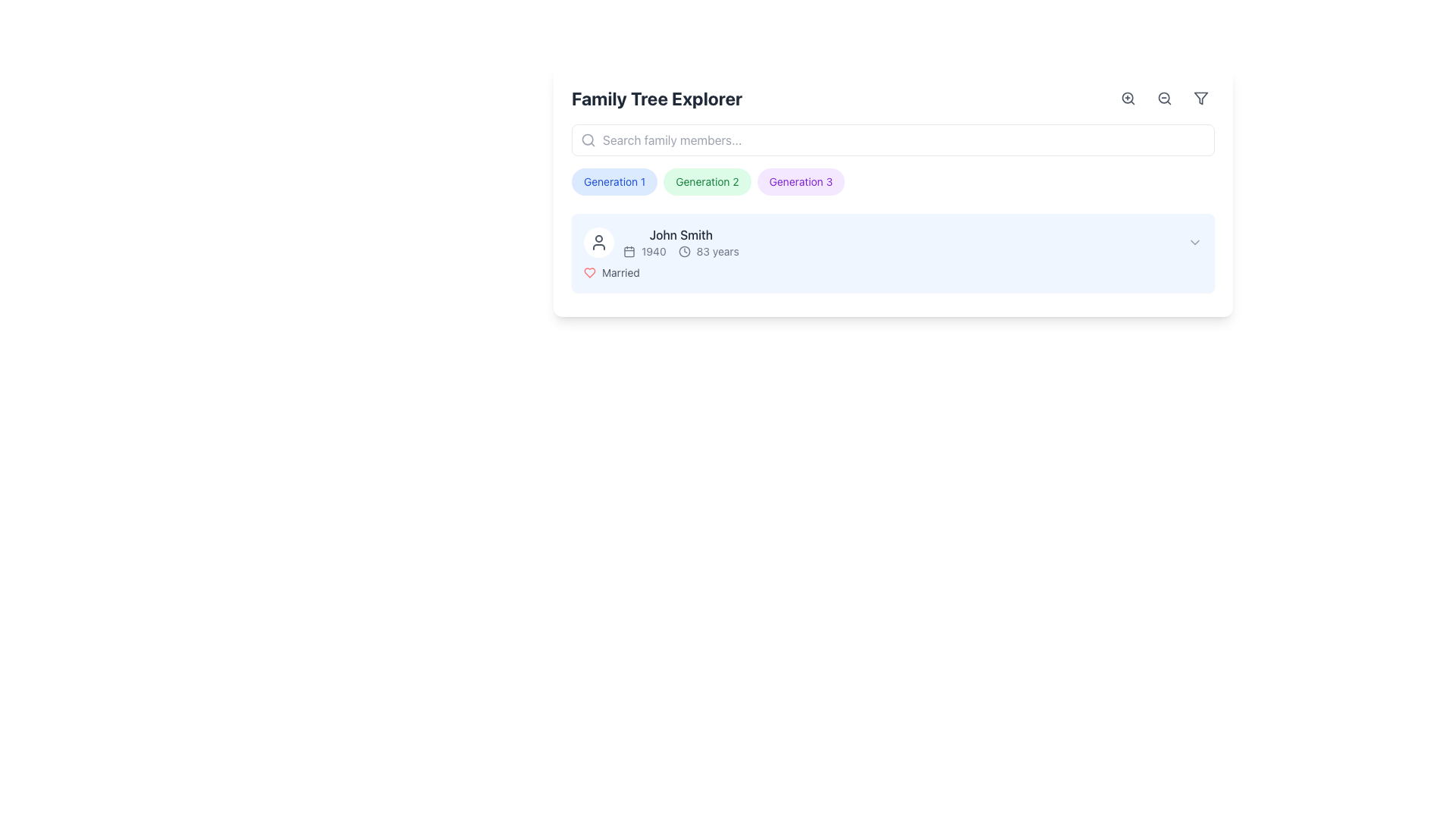 The height and width of the screenshot is (819, 1456). Describe the element at coordinates (683, 250) in the screenshot. I see `the time-related icon located to the right of the text '1940' and just before '83 years'` at that location.